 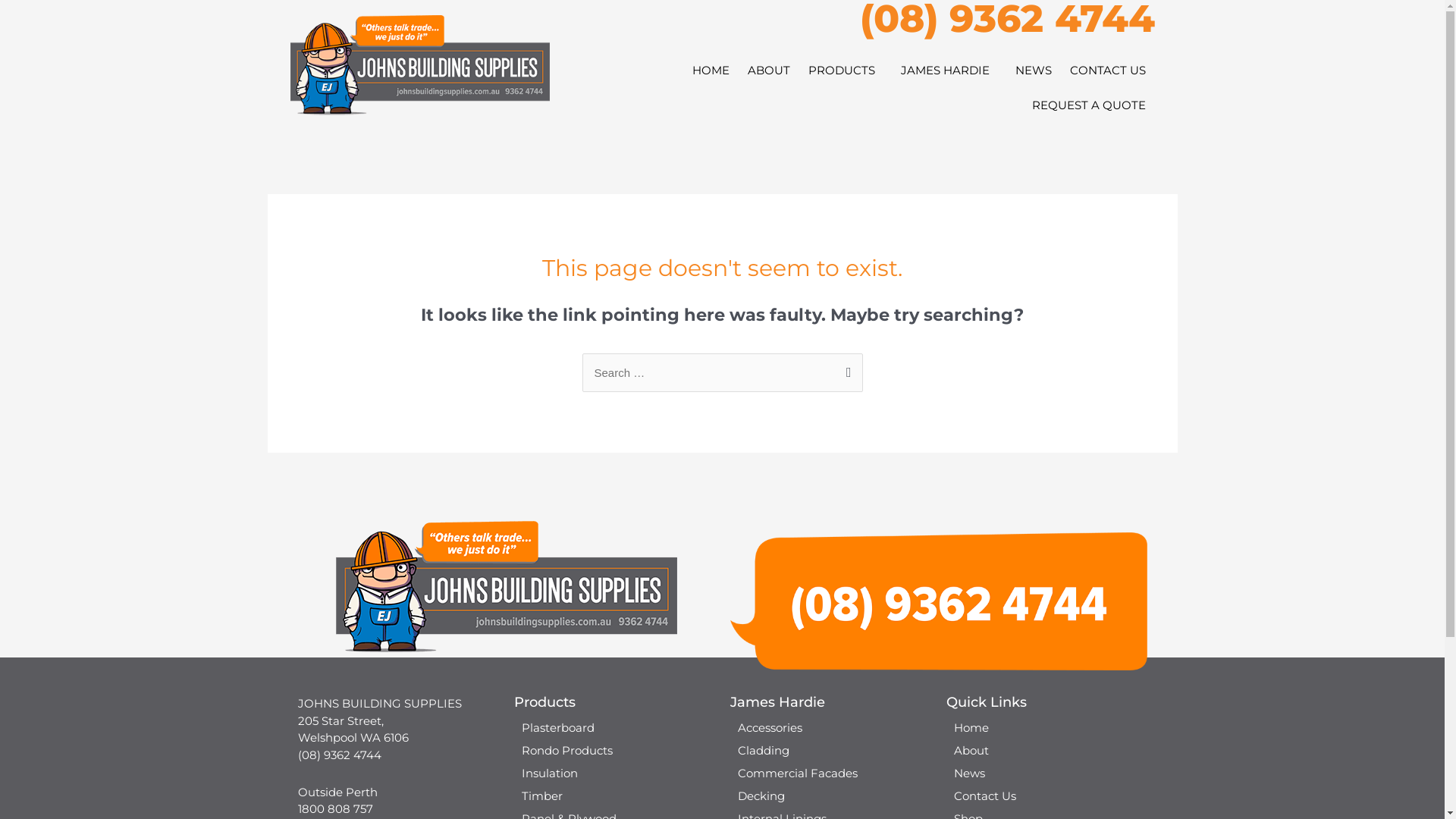 I want to click on 'CONTACT US', so click(x=1106, y=70).